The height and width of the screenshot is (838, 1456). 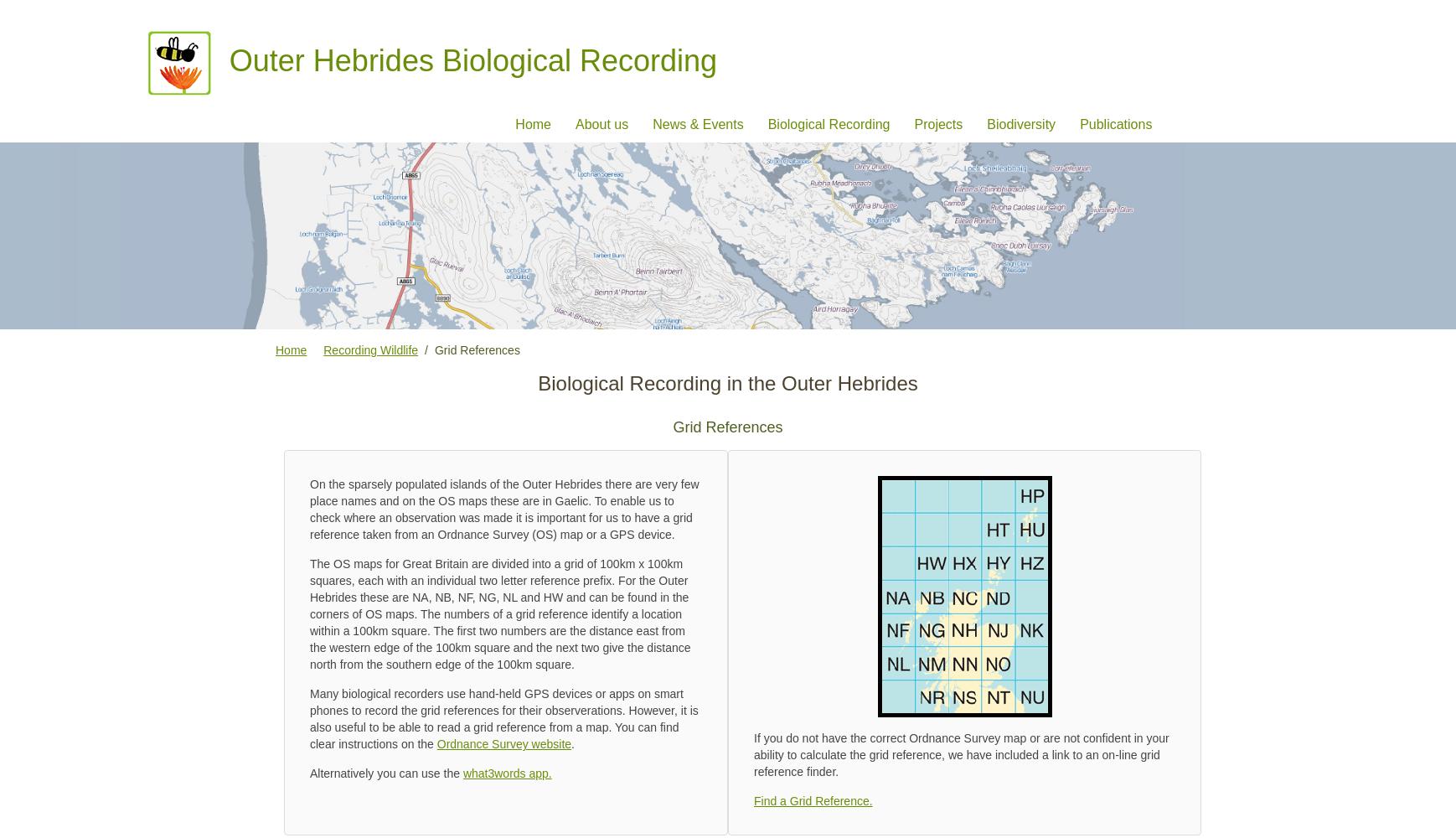 What do you see at coordinates (812, 800) in the screenshot?
I see `'Find a Grid Reference.'` at bounding box center [812, 800].